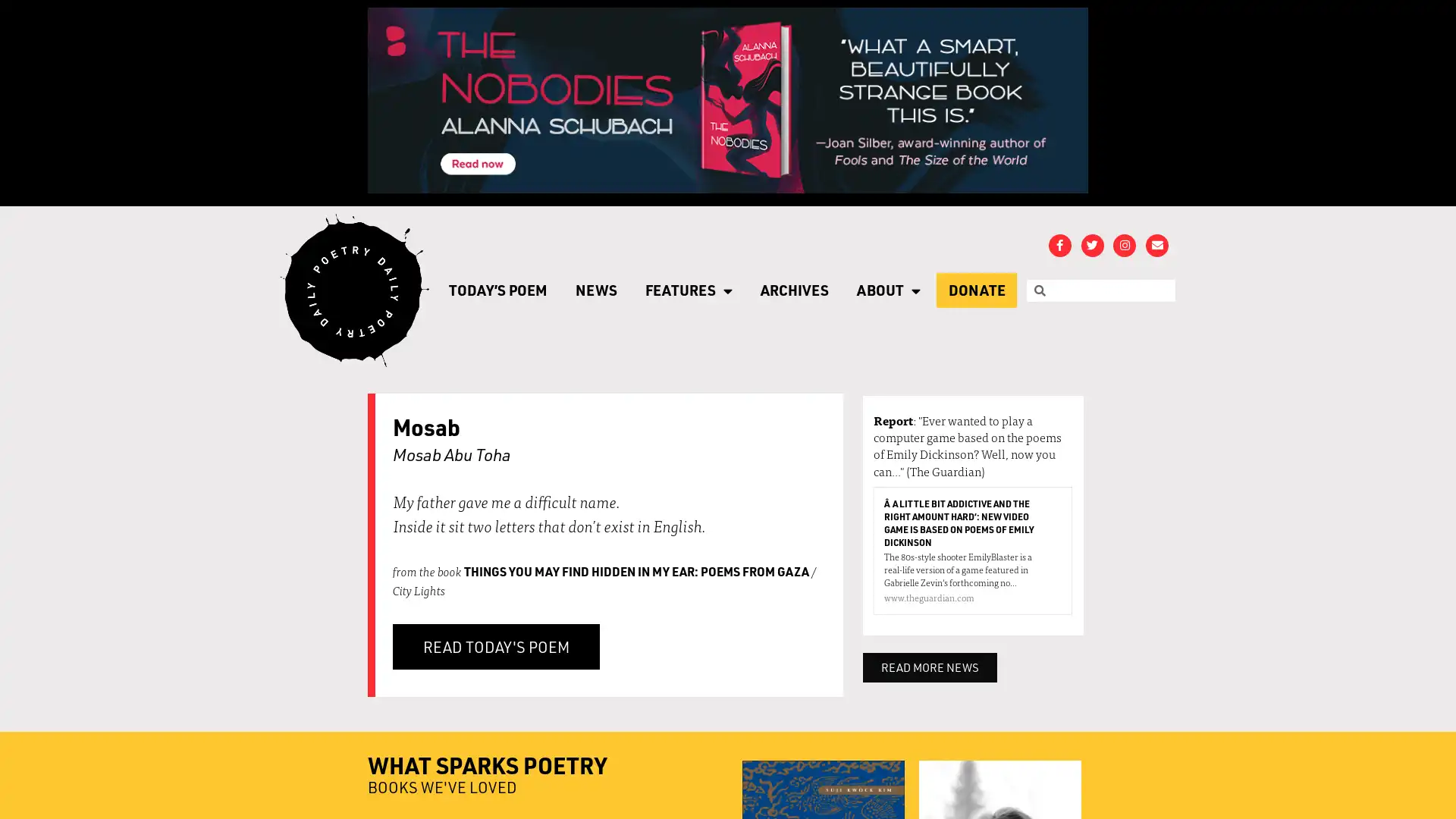 This screenshot has width=1456, height=819. Describe the element at coordinates (495, 646) in the screenshot. I see `READ TODAY'S POEM` at that location.